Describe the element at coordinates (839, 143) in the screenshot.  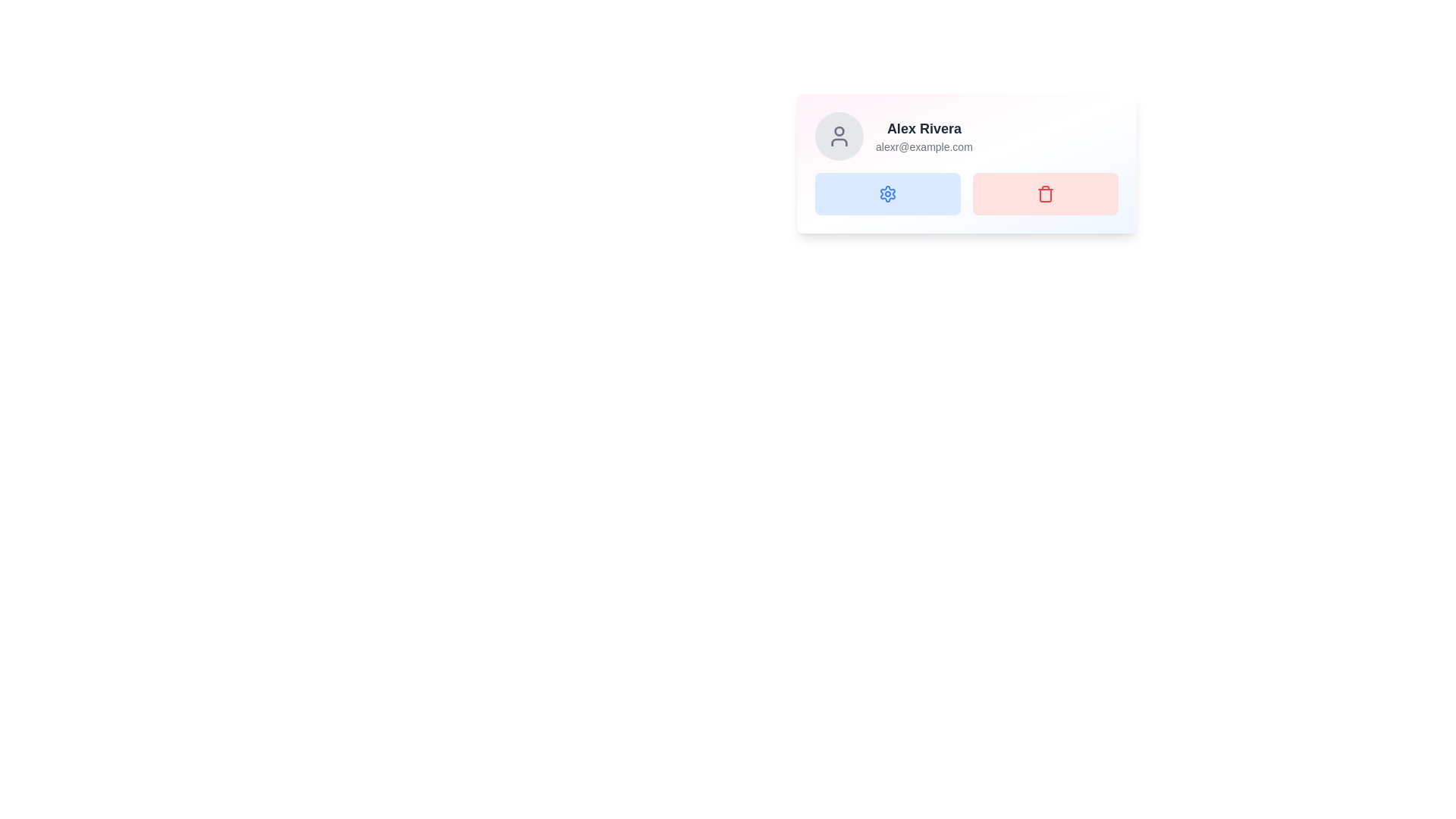
I see `the lower part of the user icon, which is represented by a minimalistic line drawing of shoulders and torso, for additional functionality` at that location.